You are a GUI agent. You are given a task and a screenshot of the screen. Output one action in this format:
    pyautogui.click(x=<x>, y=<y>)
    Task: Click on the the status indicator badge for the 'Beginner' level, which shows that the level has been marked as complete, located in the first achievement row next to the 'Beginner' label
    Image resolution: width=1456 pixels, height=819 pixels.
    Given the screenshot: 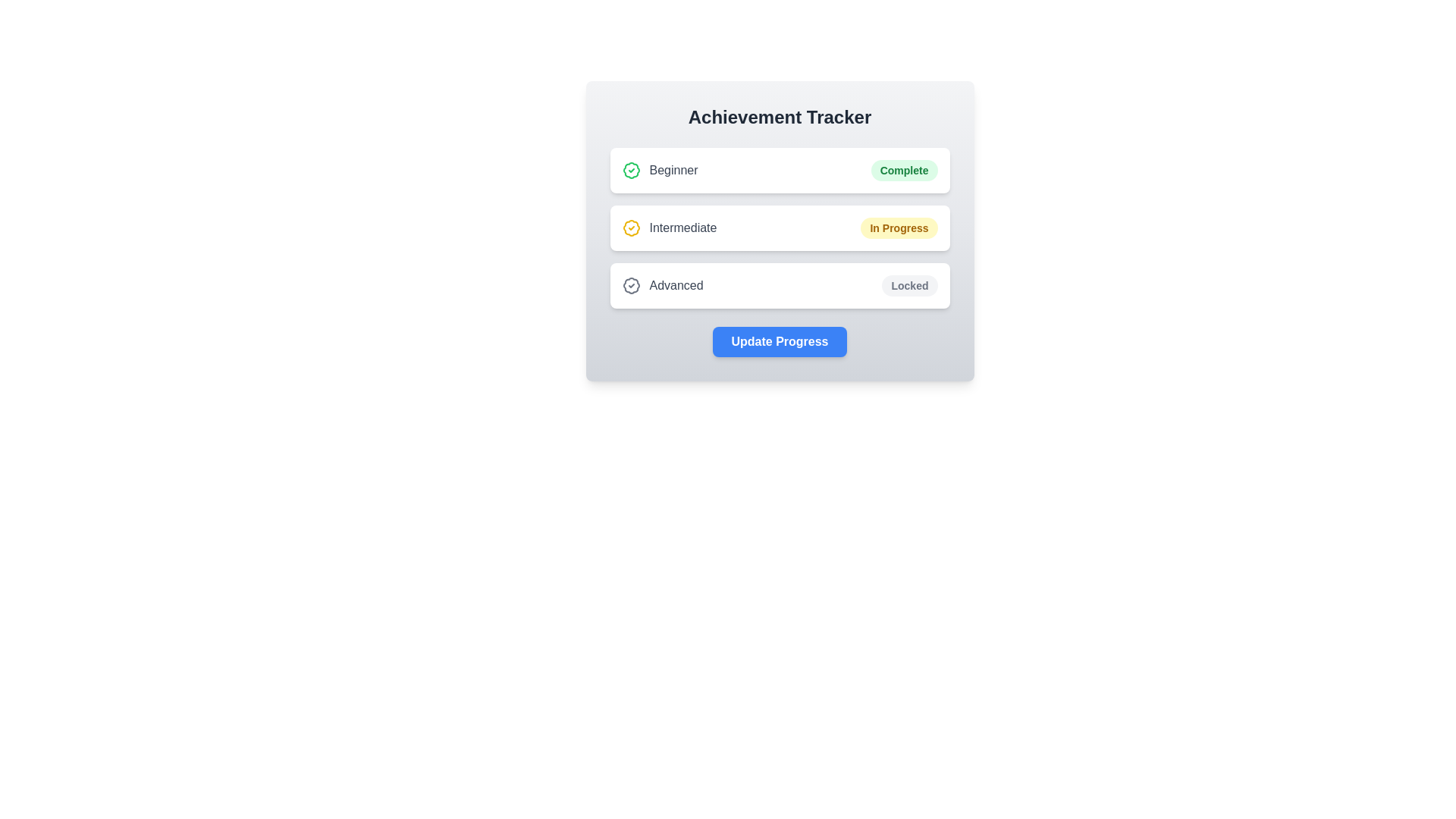 What is the action you would take?
    pyautogui.click(x=904, y=170)
    